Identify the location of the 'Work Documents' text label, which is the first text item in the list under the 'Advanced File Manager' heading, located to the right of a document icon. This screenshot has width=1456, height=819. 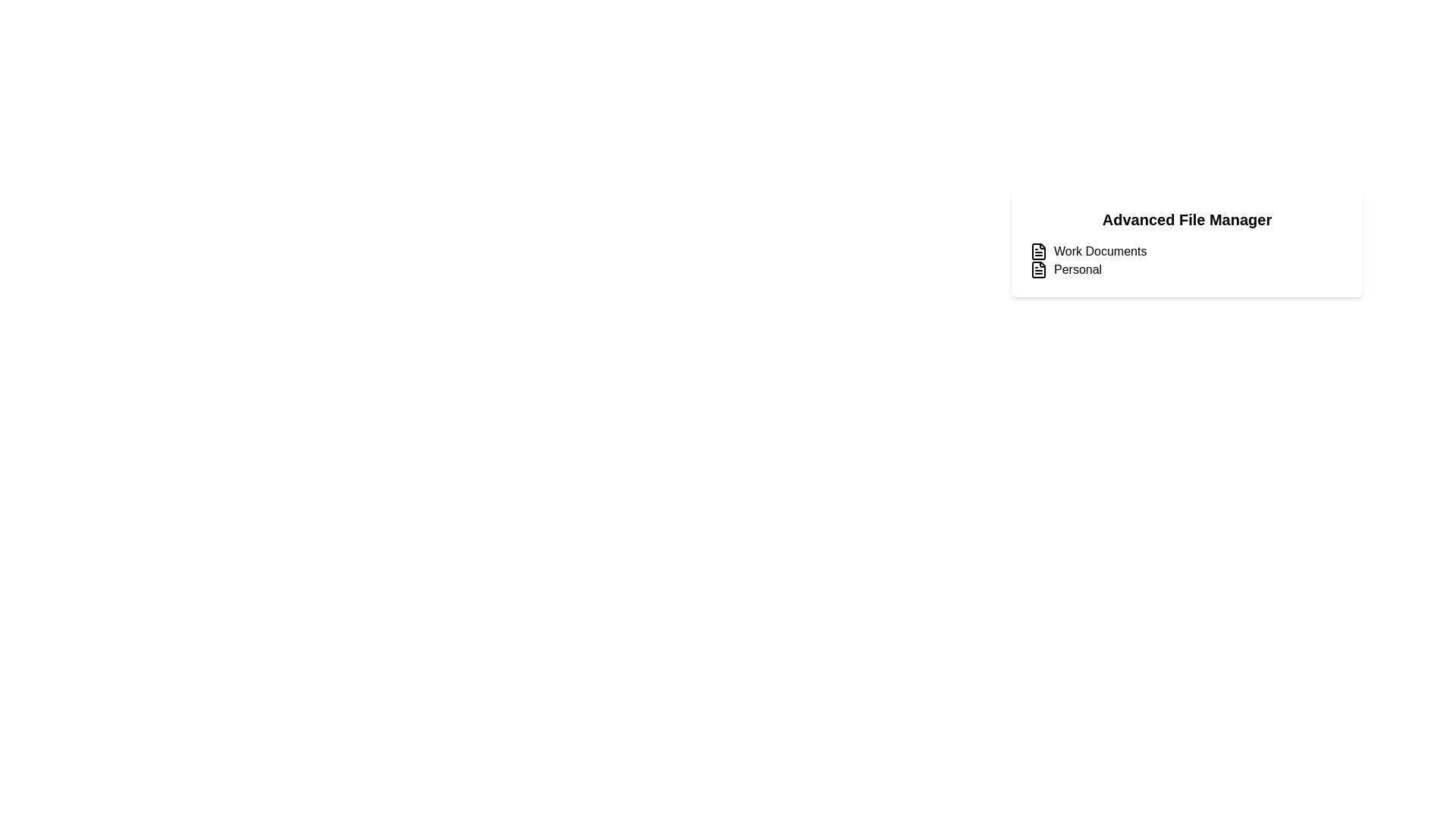
(1100, 250).